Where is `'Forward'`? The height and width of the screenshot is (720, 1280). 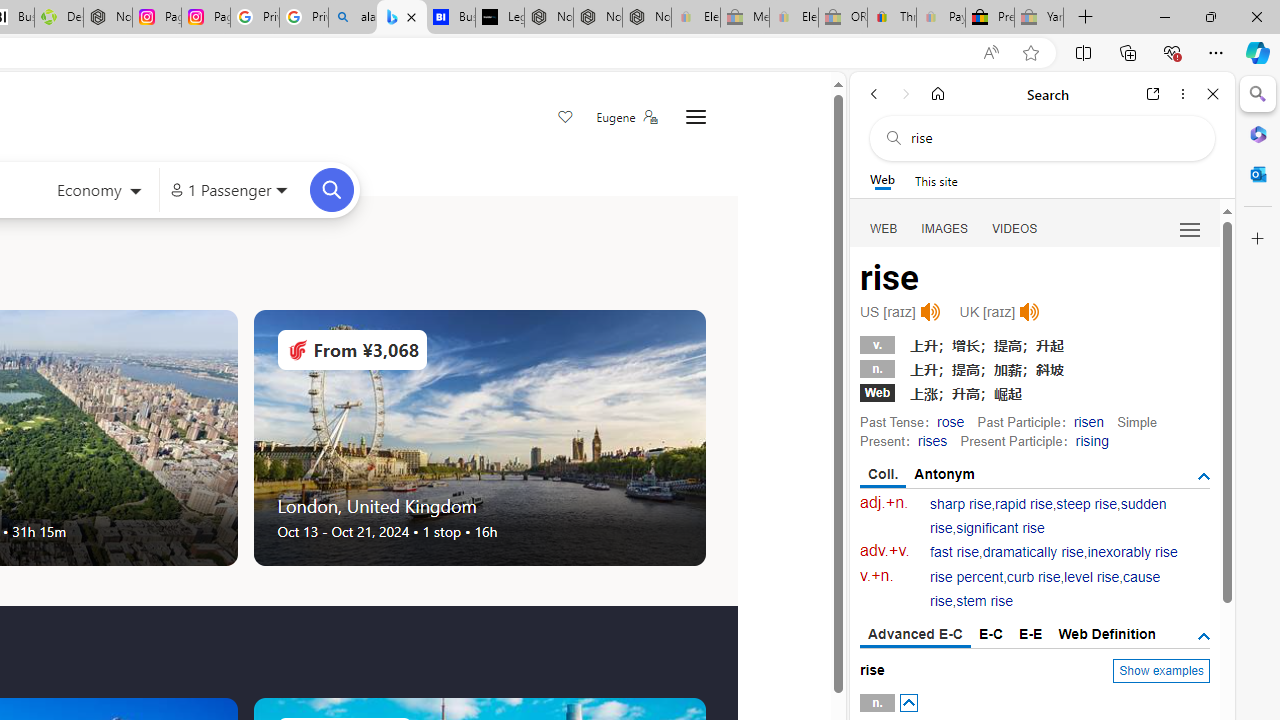
'Forward' is located at coordinates (905, 93).